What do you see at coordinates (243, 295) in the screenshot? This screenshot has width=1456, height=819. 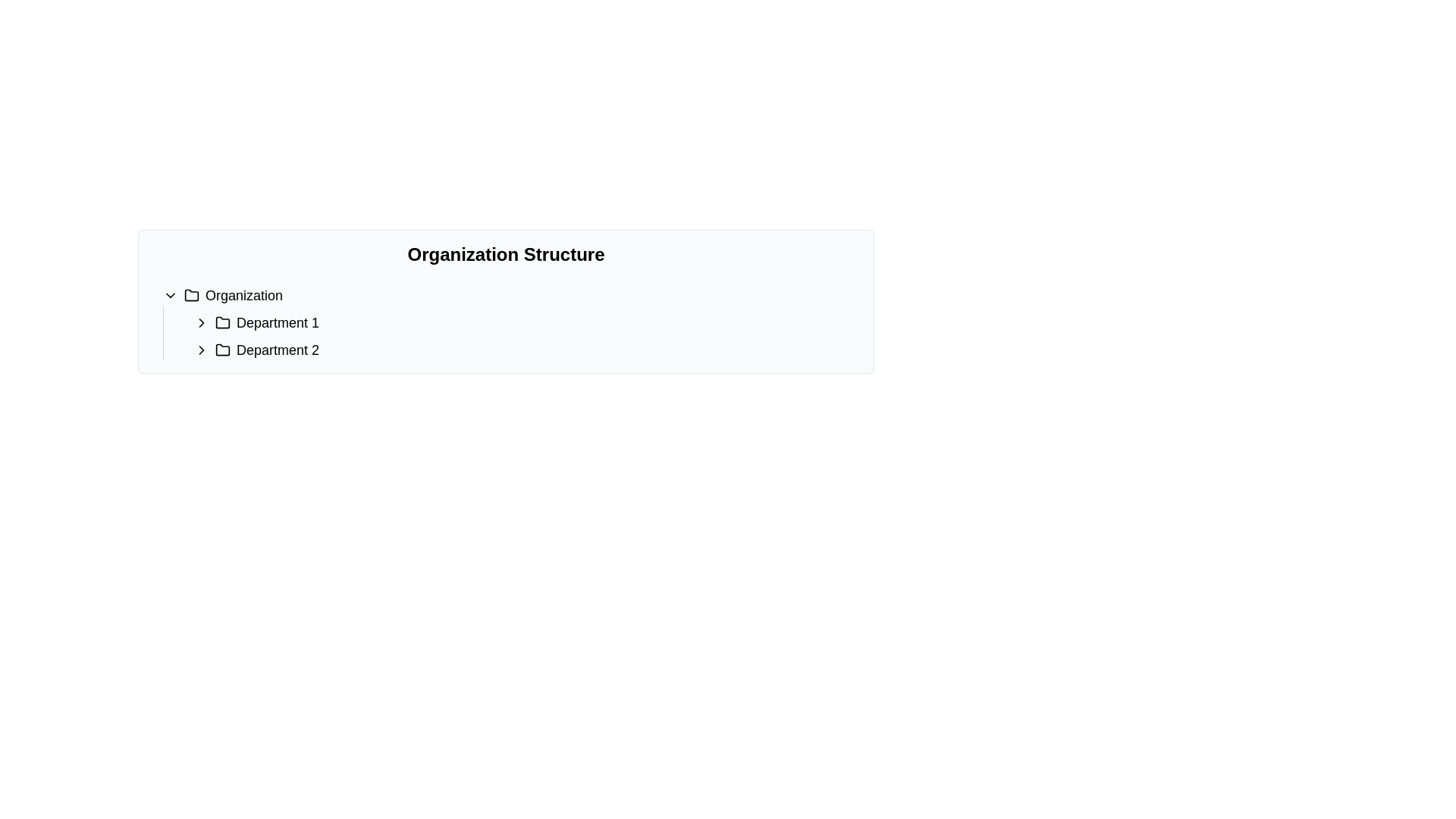 I see `the Static text label displaying the word 'Organization', which is prominently styled and located to the right of a folder icon and slightly below a dropdown icon in the UI` at bounding box center [243, 295].